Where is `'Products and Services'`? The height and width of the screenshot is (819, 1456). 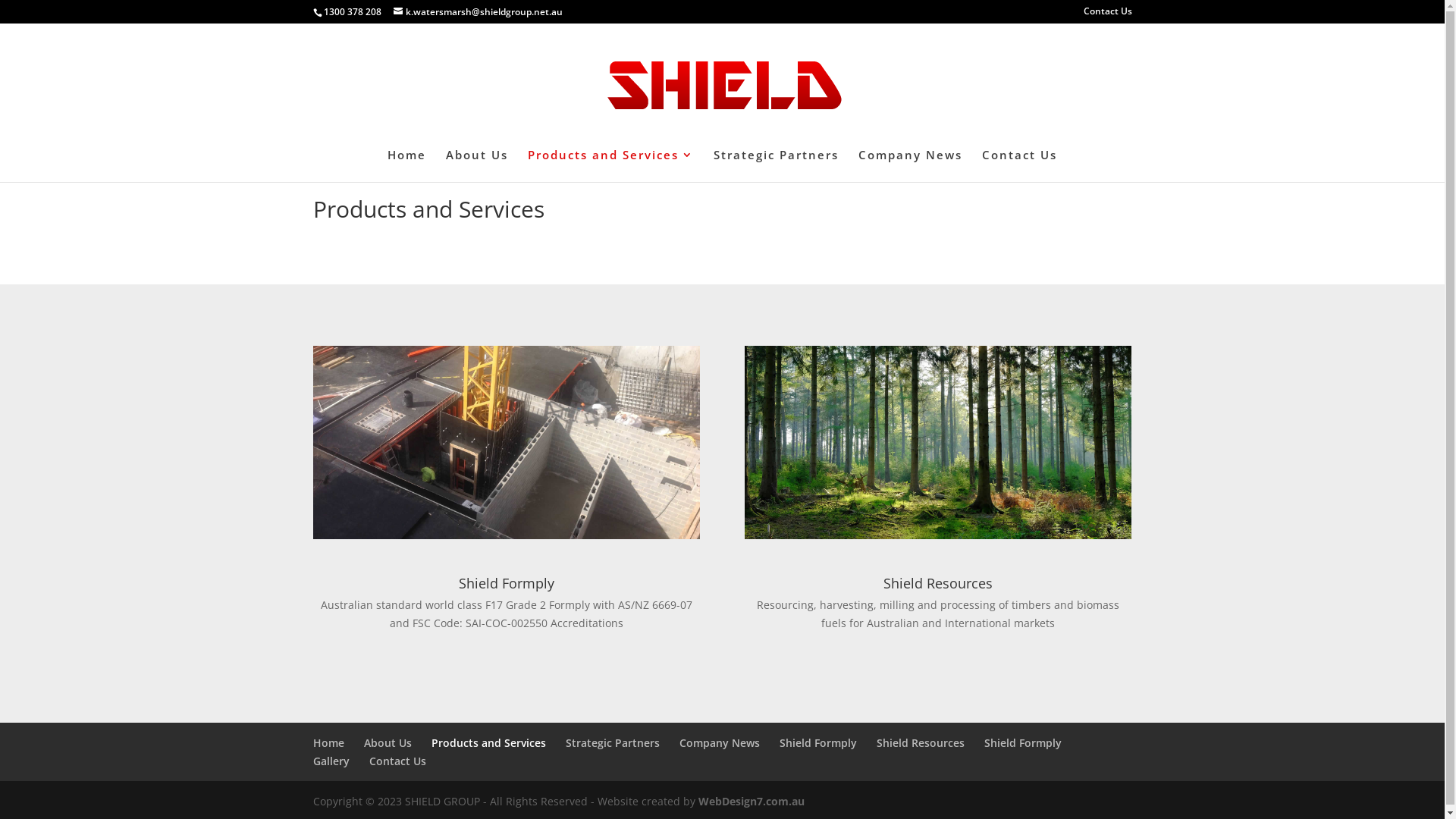
'Products and Services' is located at coordinates (488, 742).